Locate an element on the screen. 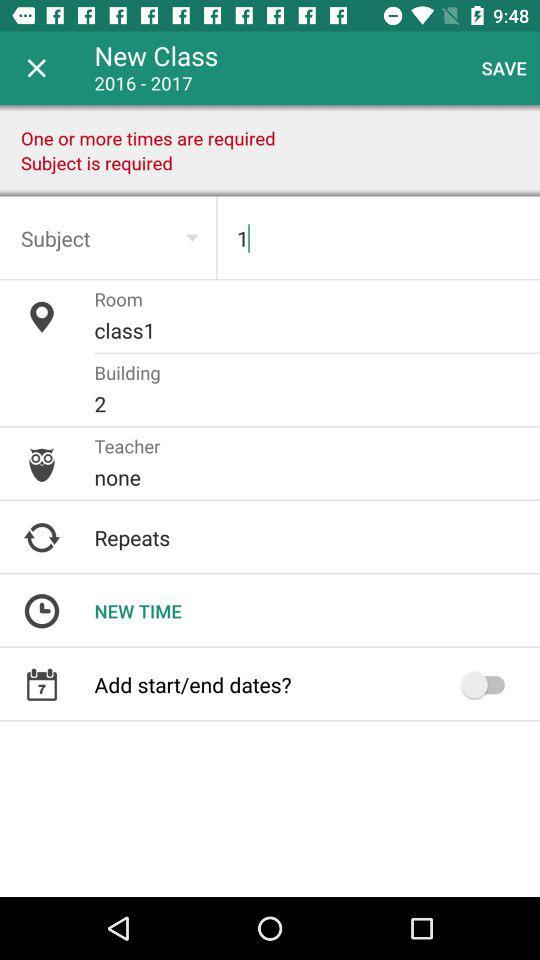 The image size is (540, 960). choose subject is located at coordinates (108, 238).